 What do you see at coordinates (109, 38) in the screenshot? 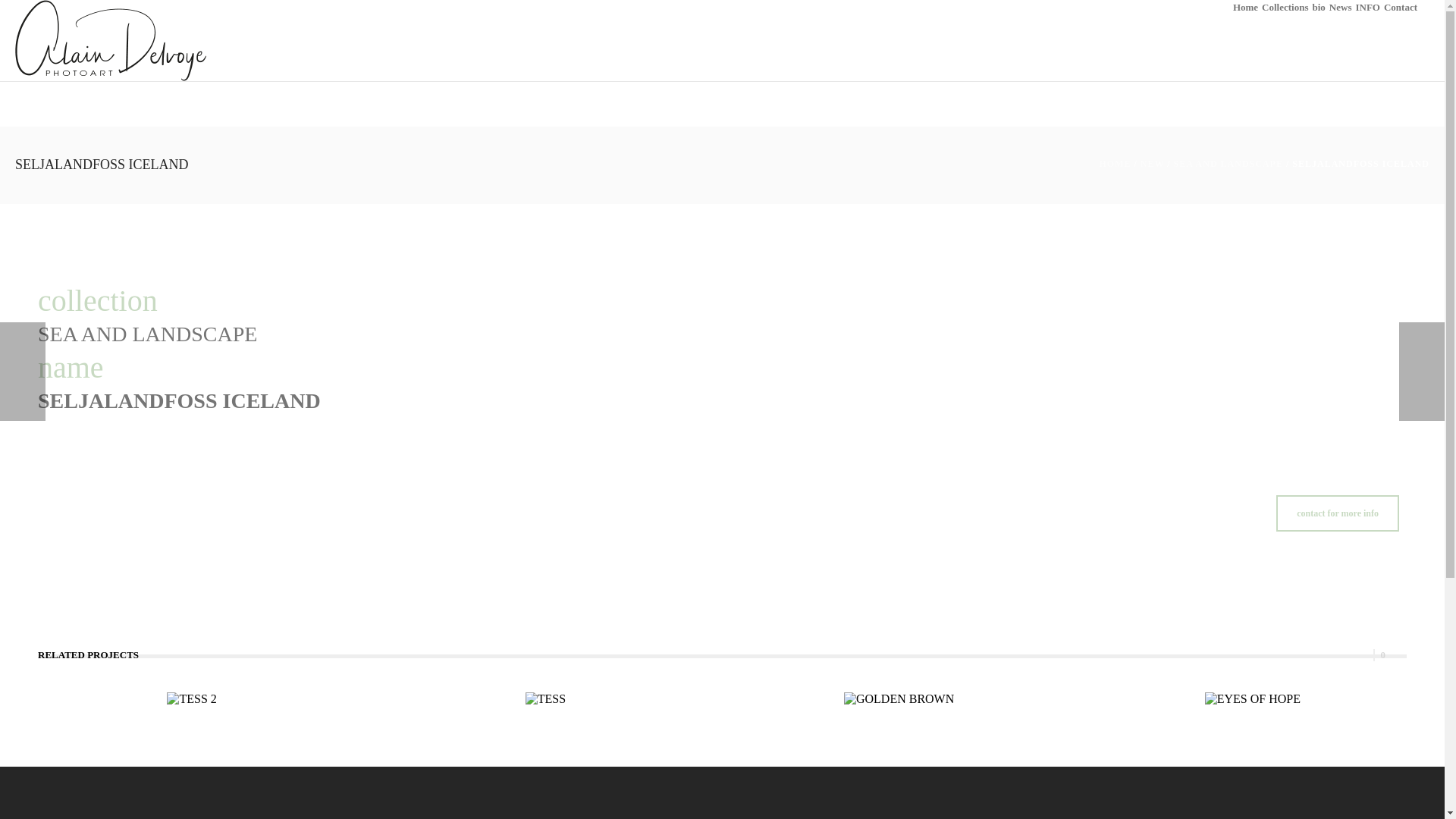
I see `'Alain Delvoye'` at bounding box center [109, 38].